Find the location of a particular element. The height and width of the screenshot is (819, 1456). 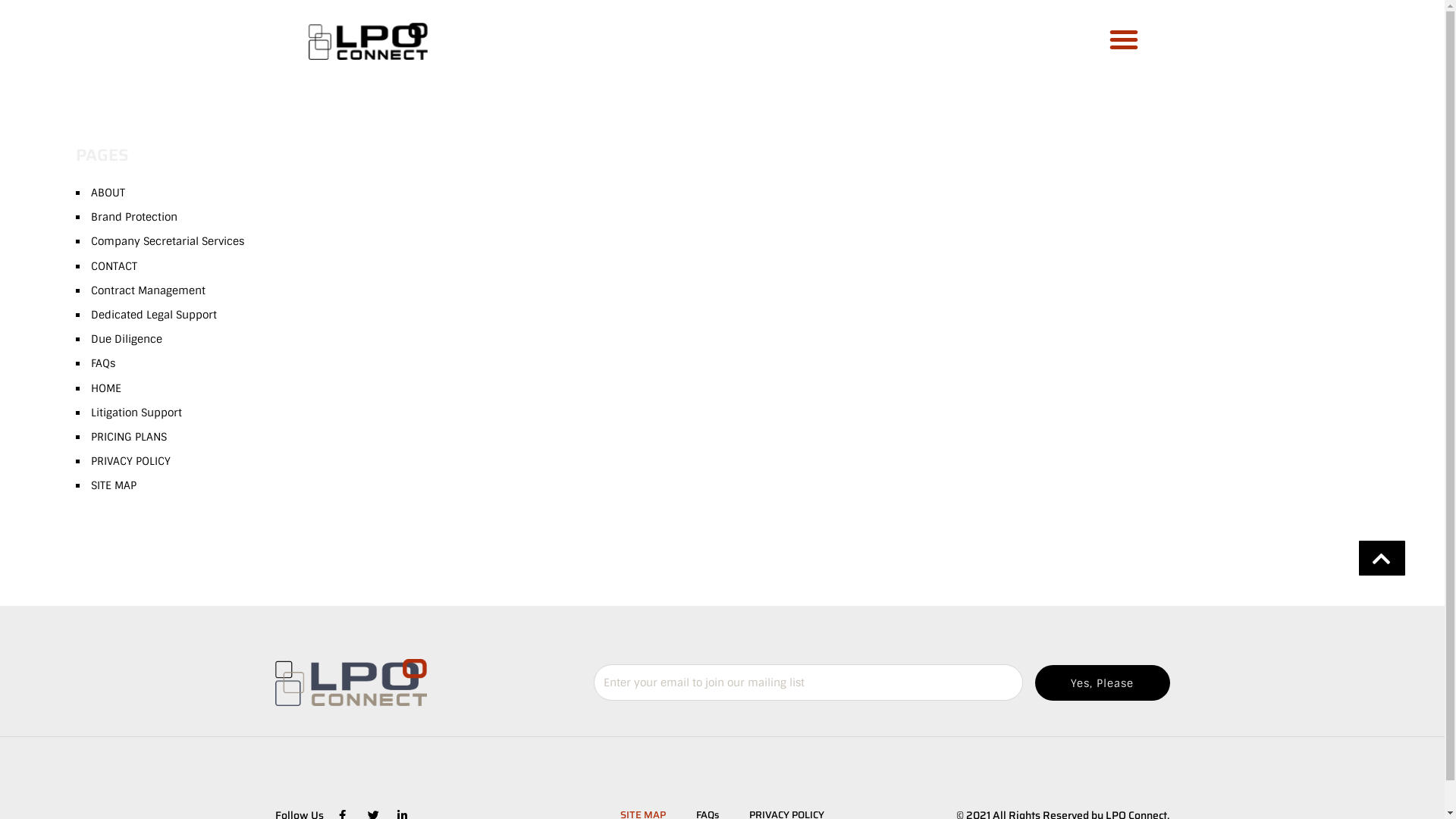

'CONTACT' is located at coordinates (90, 265).